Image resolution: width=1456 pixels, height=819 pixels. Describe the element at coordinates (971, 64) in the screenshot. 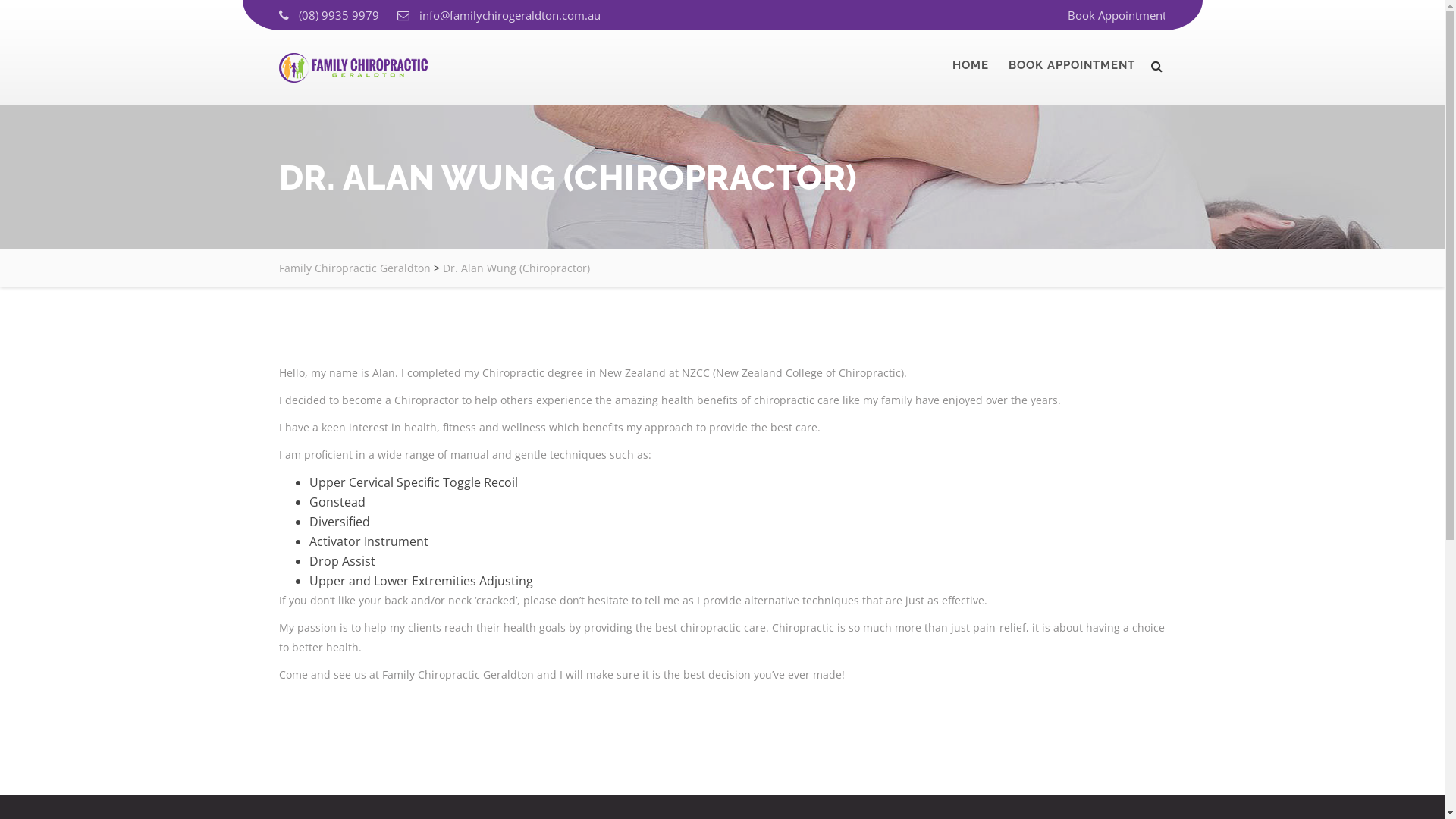

I see `'HOME'` at that location.